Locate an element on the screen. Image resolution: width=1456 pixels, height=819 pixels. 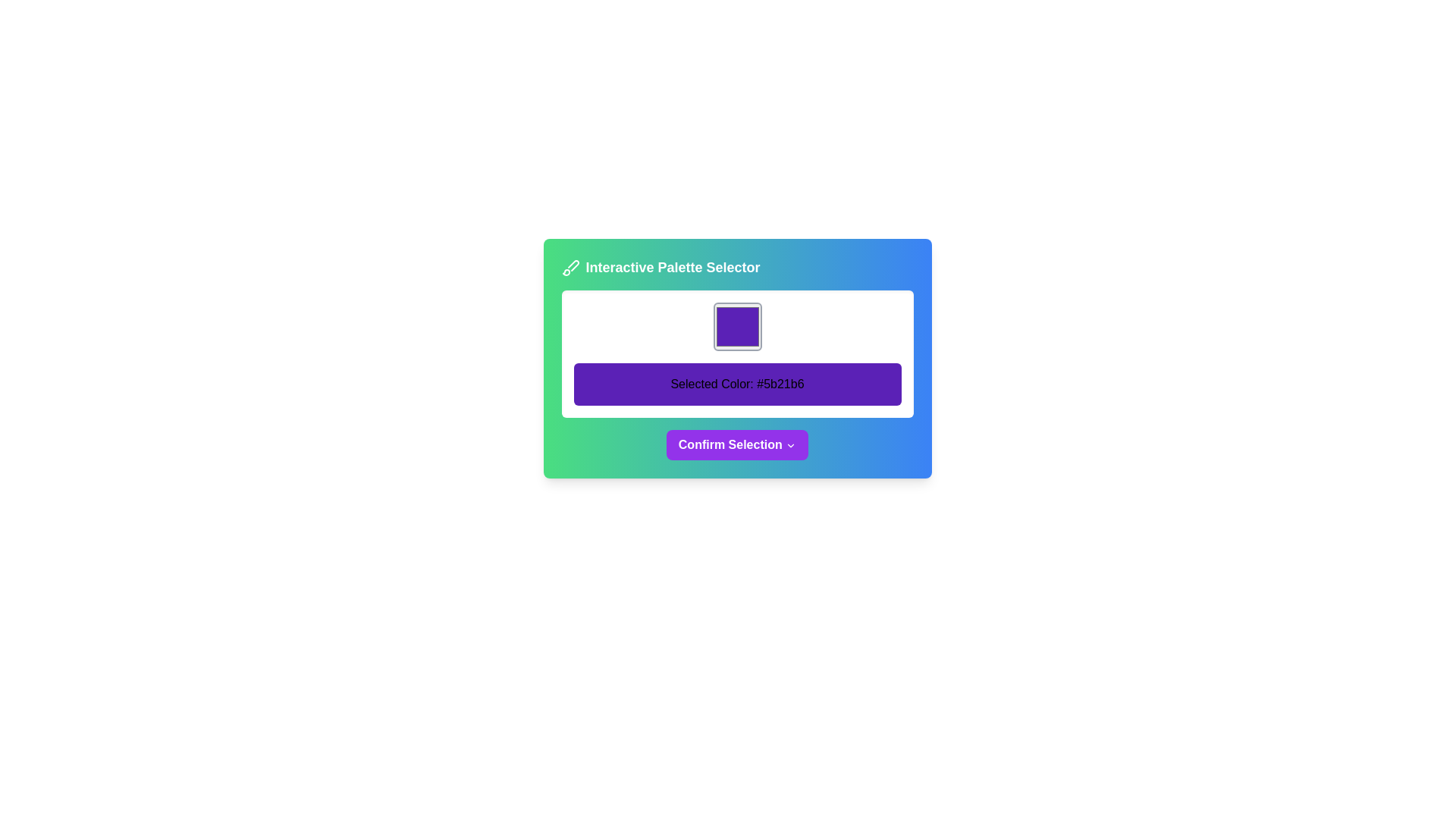
the square color picker box with a purple fill color (#5b21b6) to pick the color is located at coordinates (737, 326).